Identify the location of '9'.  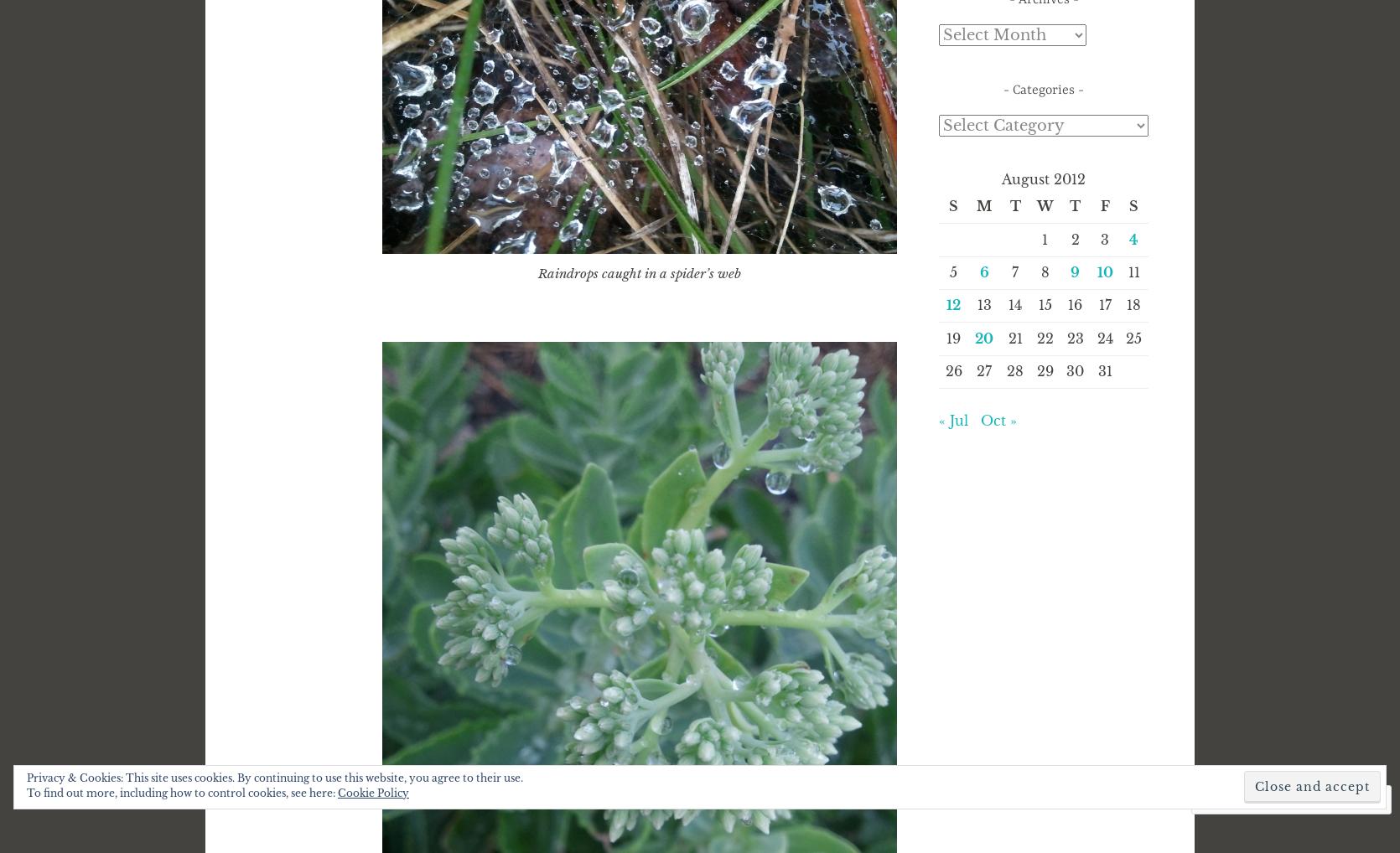
(1070, 271).